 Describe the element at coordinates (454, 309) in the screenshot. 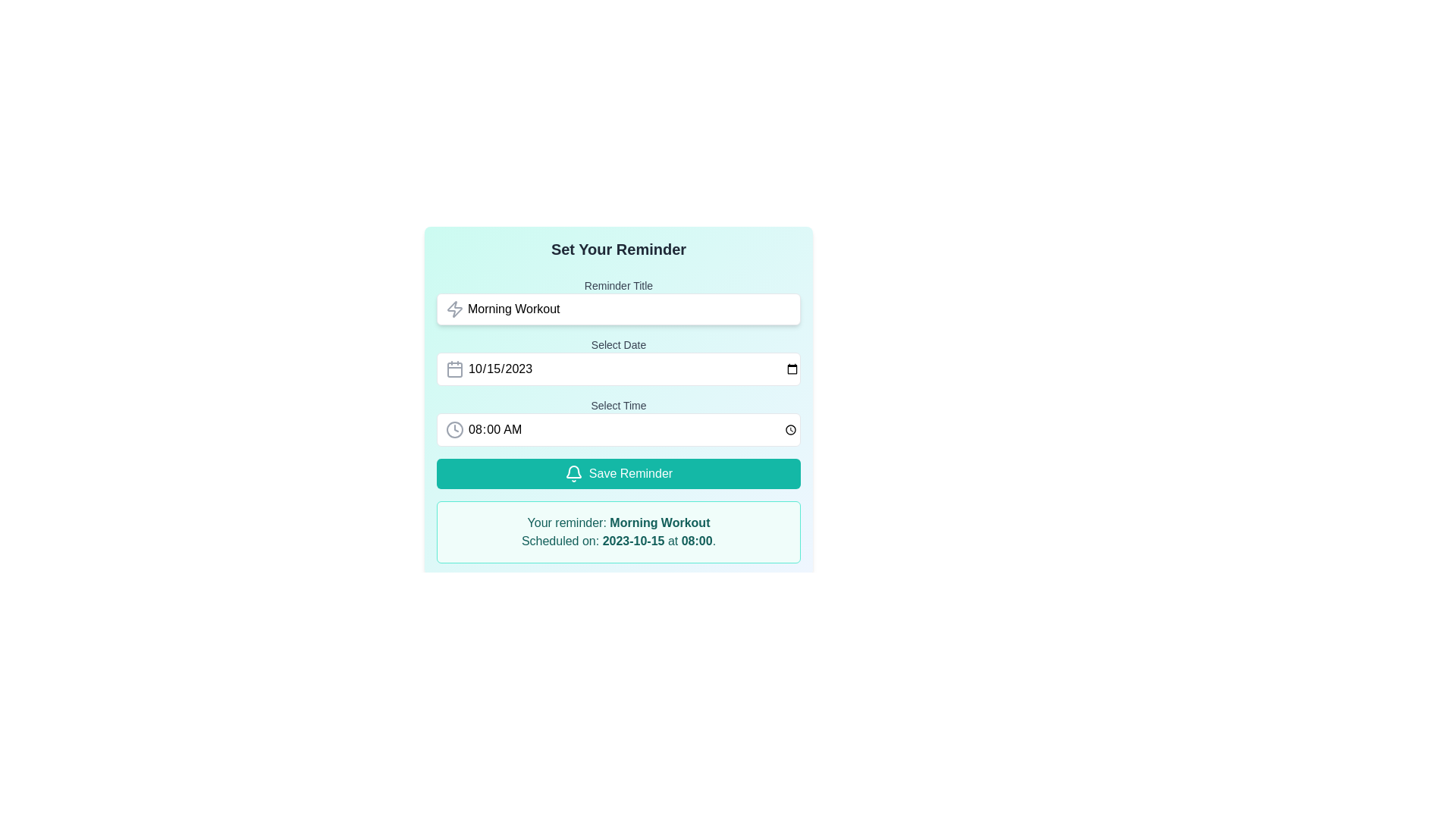

I see `the small gray lightning bolt icon located to the left of the 'Morning Workout' text input field` at that location.